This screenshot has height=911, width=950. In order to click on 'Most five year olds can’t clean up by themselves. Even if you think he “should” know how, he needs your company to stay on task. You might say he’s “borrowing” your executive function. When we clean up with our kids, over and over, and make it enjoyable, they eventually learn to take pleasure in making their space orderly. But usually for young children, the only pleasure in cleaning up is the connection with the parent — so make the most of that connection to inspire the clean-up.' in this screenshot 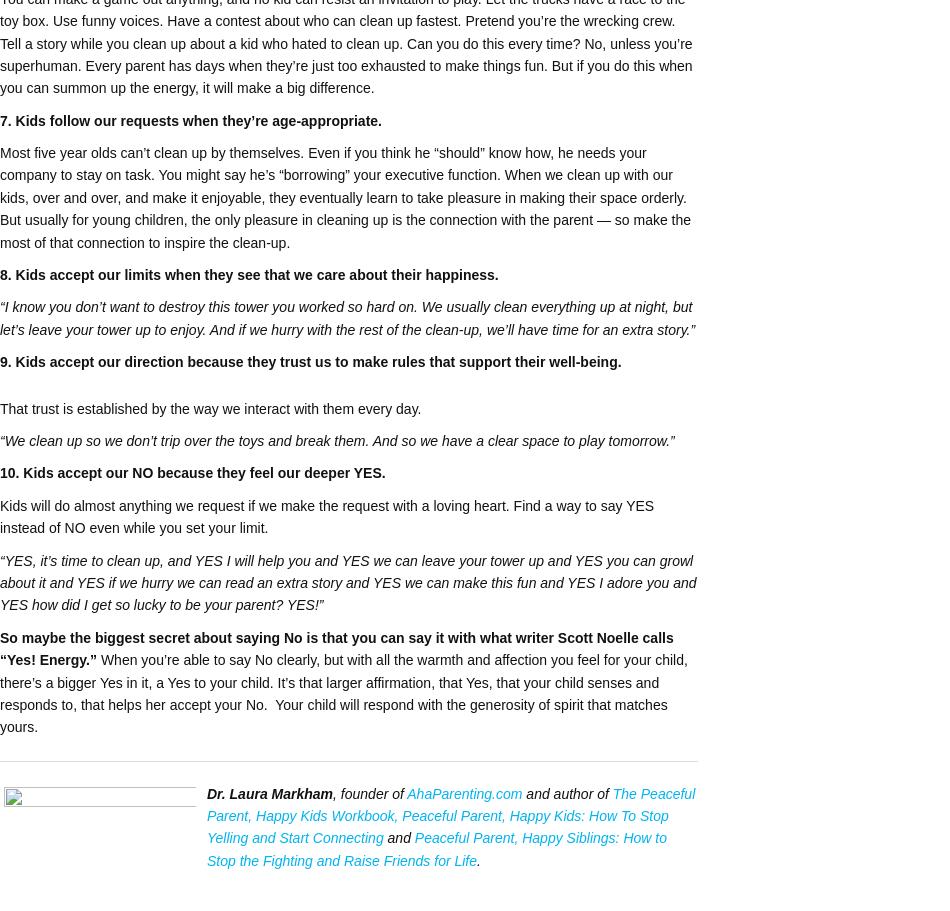, I will do `click(344, 196)`.